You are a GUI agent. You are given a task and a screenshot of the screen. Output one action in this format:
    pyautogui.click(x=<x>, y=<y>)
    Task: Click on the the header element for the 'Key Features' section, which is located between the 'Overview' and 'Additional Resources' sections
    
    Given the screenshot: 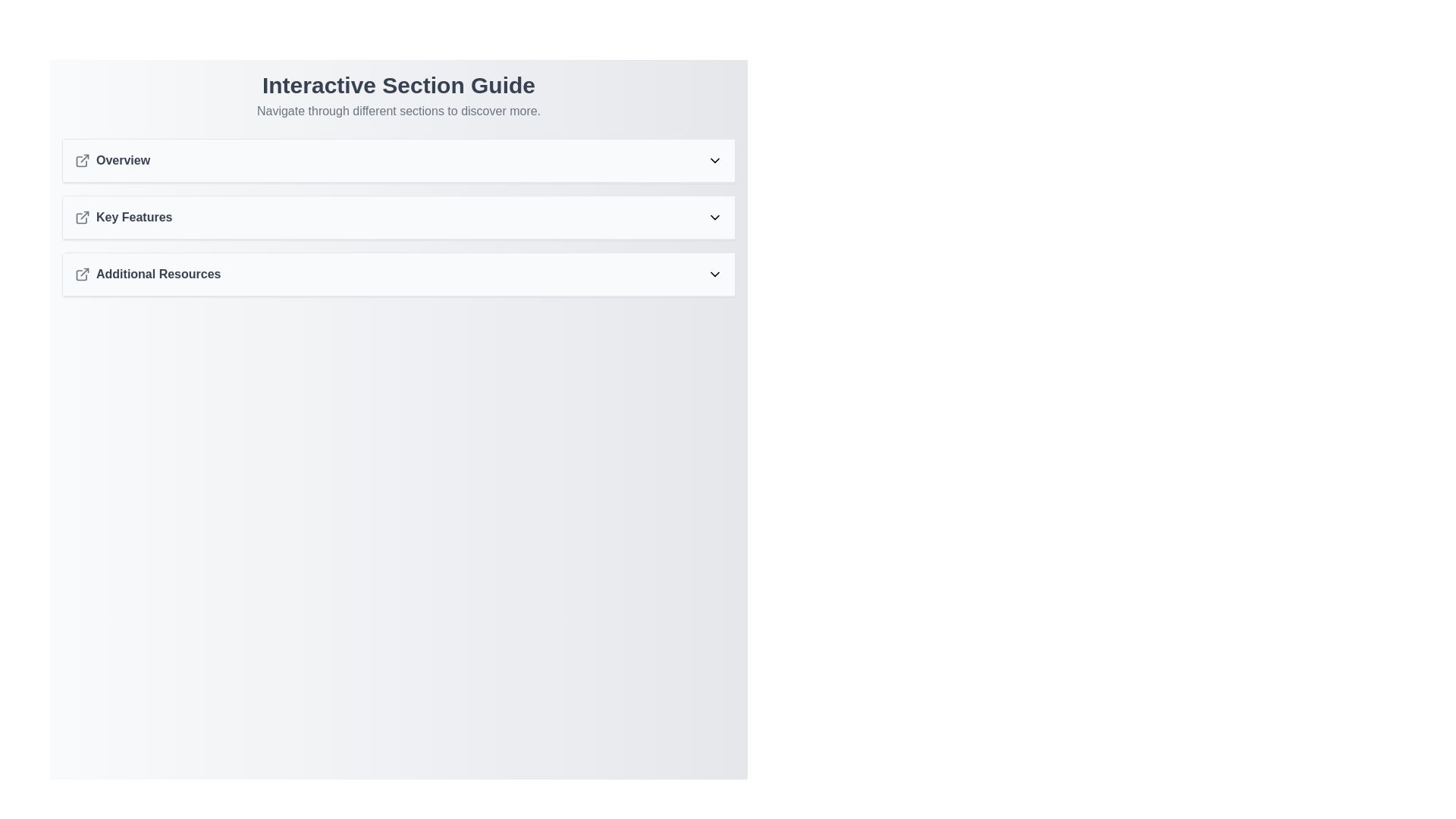 What is the action you would take?
    pyautogui.click(x=124, y=217)
    